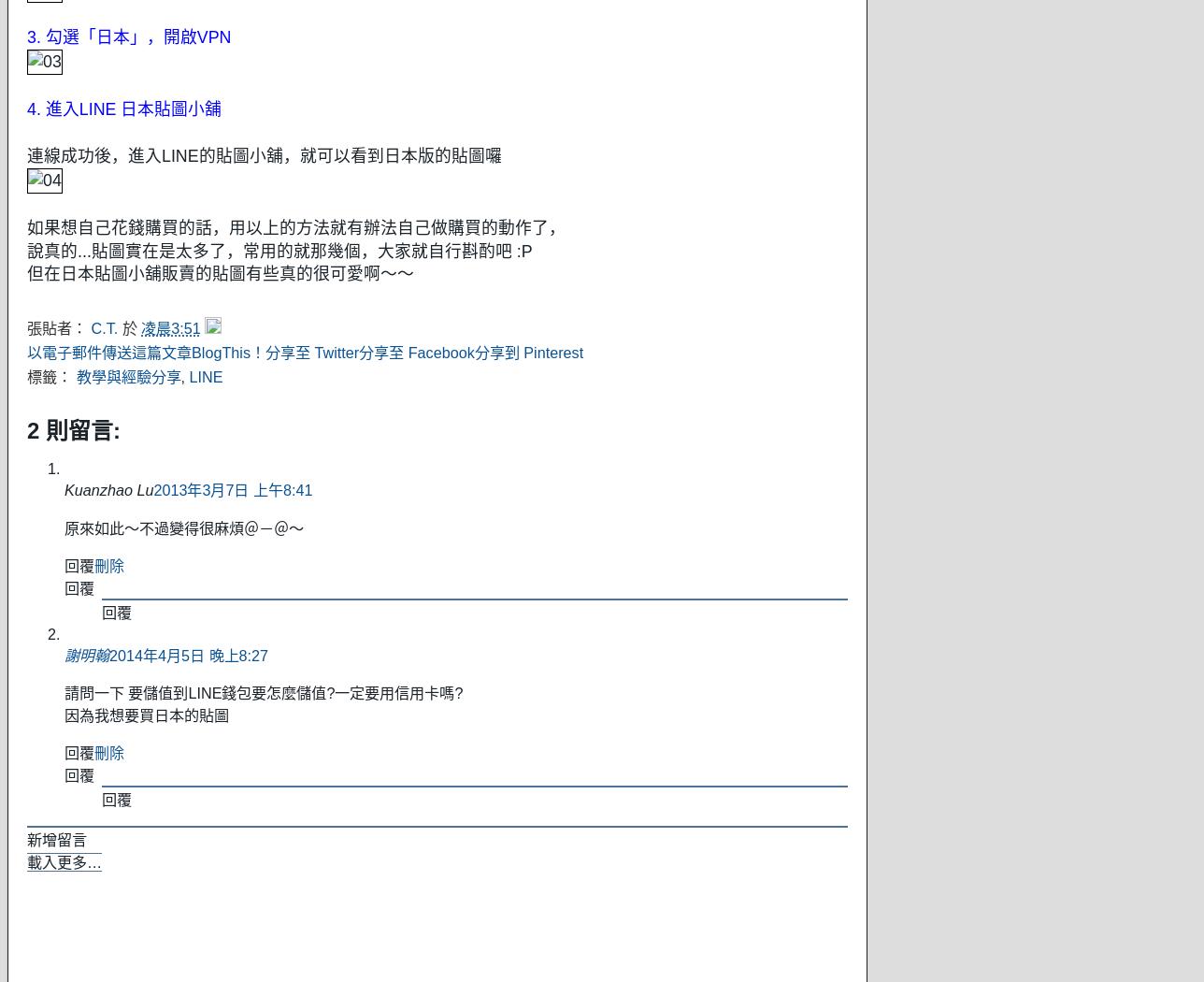 This screenshot has height=982, width=1204. Describe the element at coordinates (124, 108) in the screenshot. I see `'4. 進入LINE 日本貼圖小舖'` at that location.